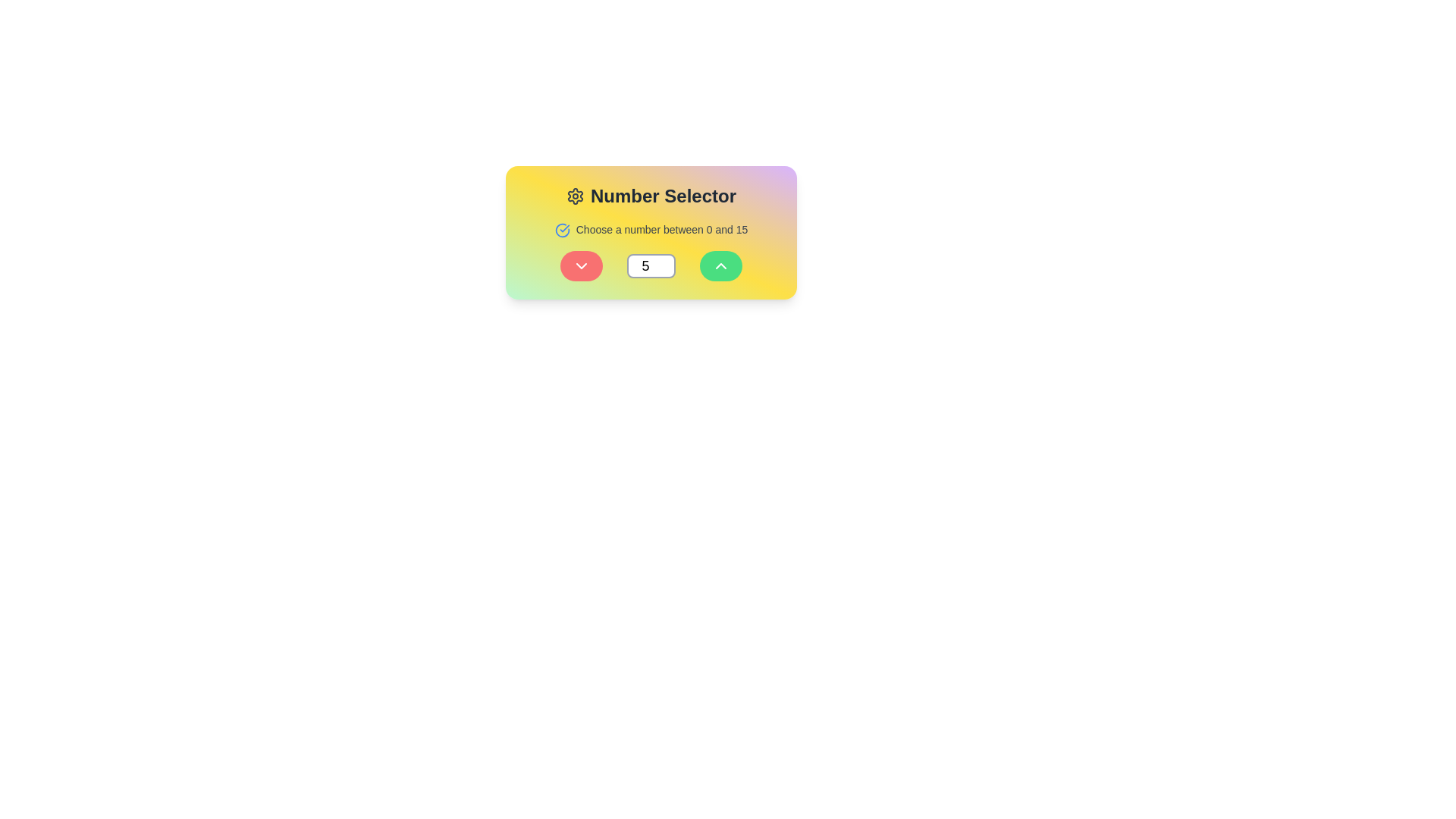 The image size is (1456, 819). Describe the element at coordinates (581, 265) in the screenshot. I see `the first button in the horizontal arrangement of controls that decreases the numerical value displayed in the adjacent input box` at that location.